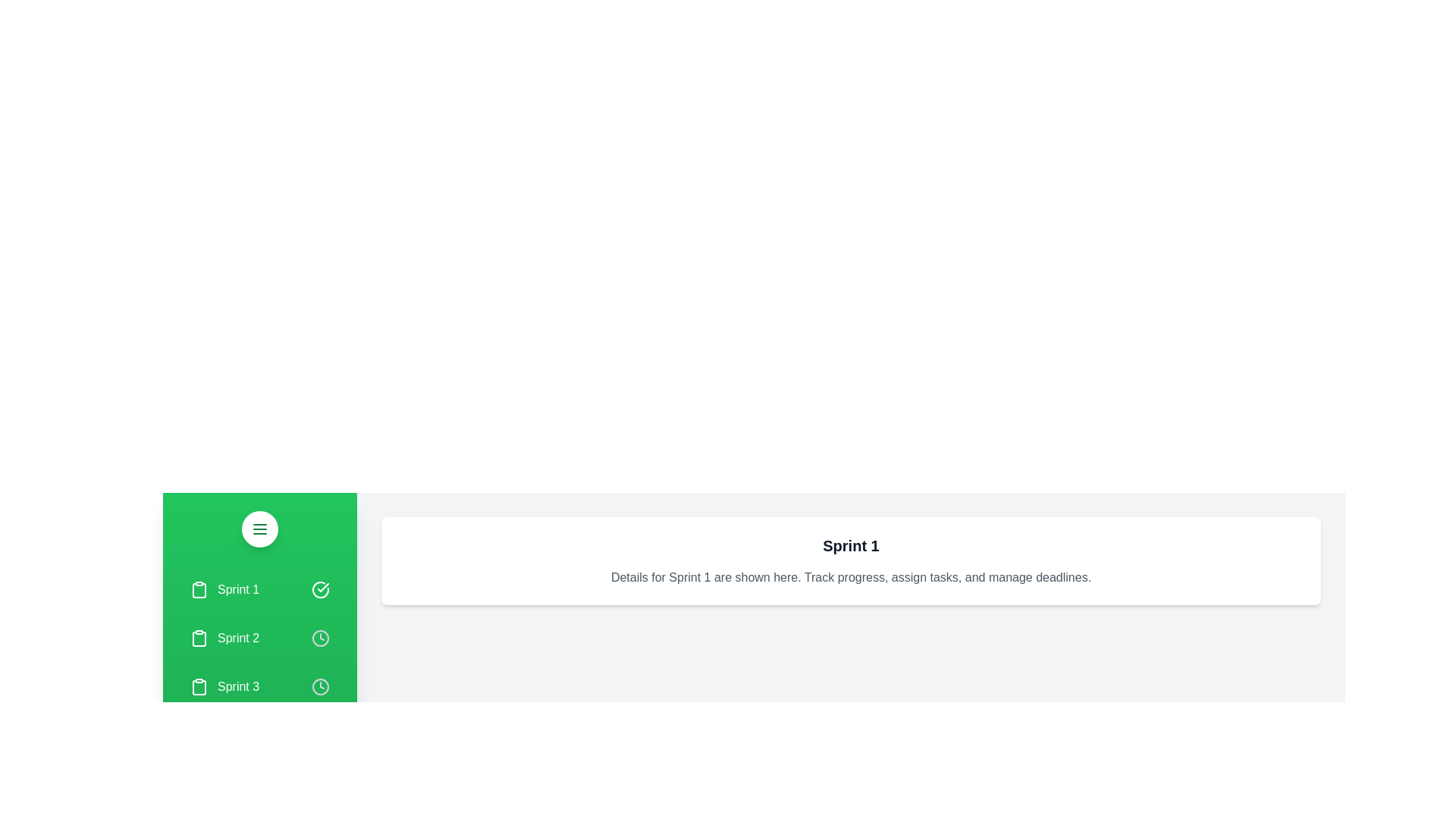  Describe the element at coordinates (259, 687) in the screenshot. I see `the sprint named Sprint 3 from the list` at that location.